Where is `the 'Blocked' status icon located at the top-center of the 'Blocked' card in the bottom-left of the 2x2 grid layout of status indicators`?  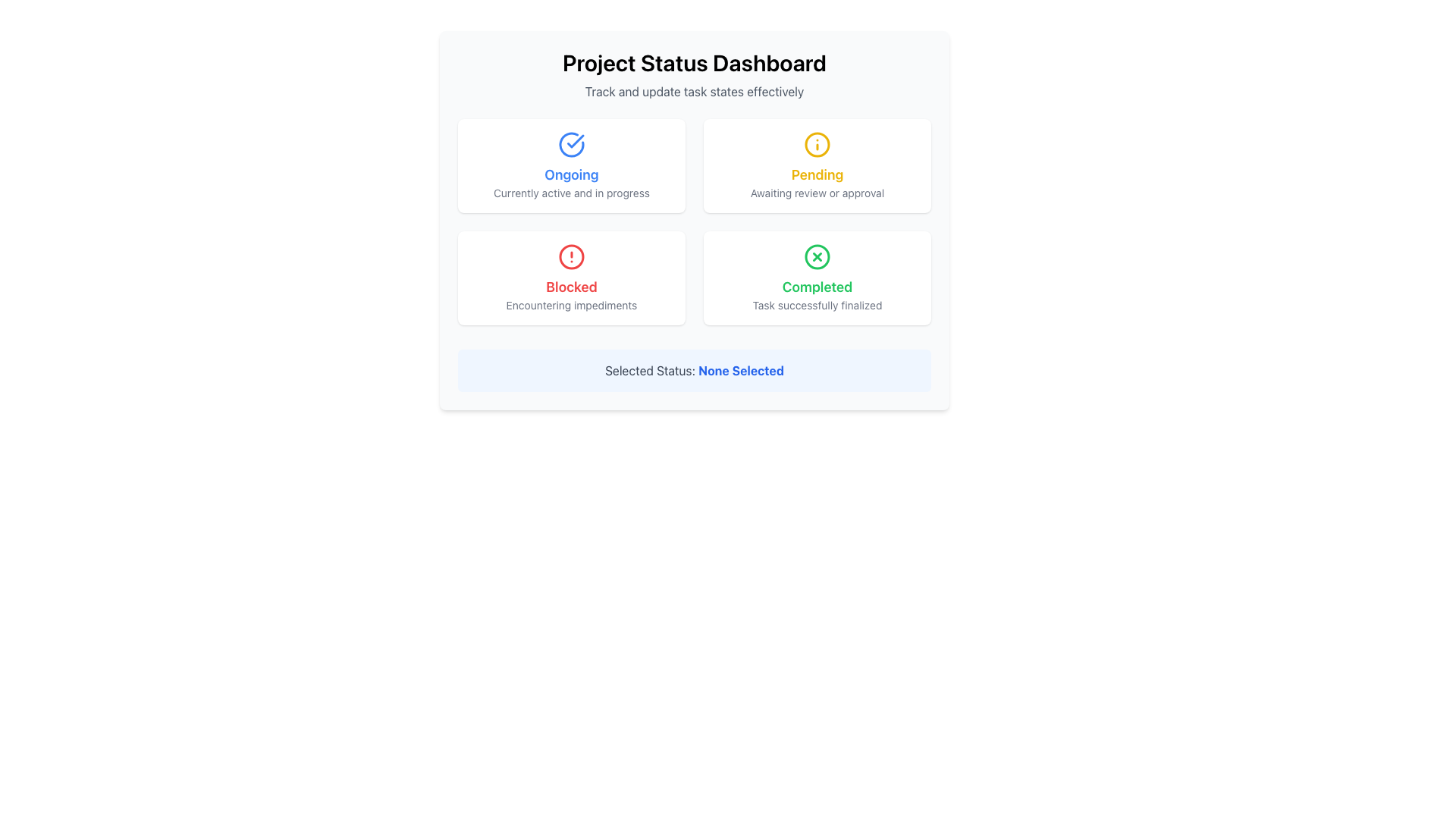 the 'Blocked' status icon located at the top-center of the 'Blocked' card in the bottom-left of the 2x2 grid layout of status indicators is located at coordinates (570, 256).